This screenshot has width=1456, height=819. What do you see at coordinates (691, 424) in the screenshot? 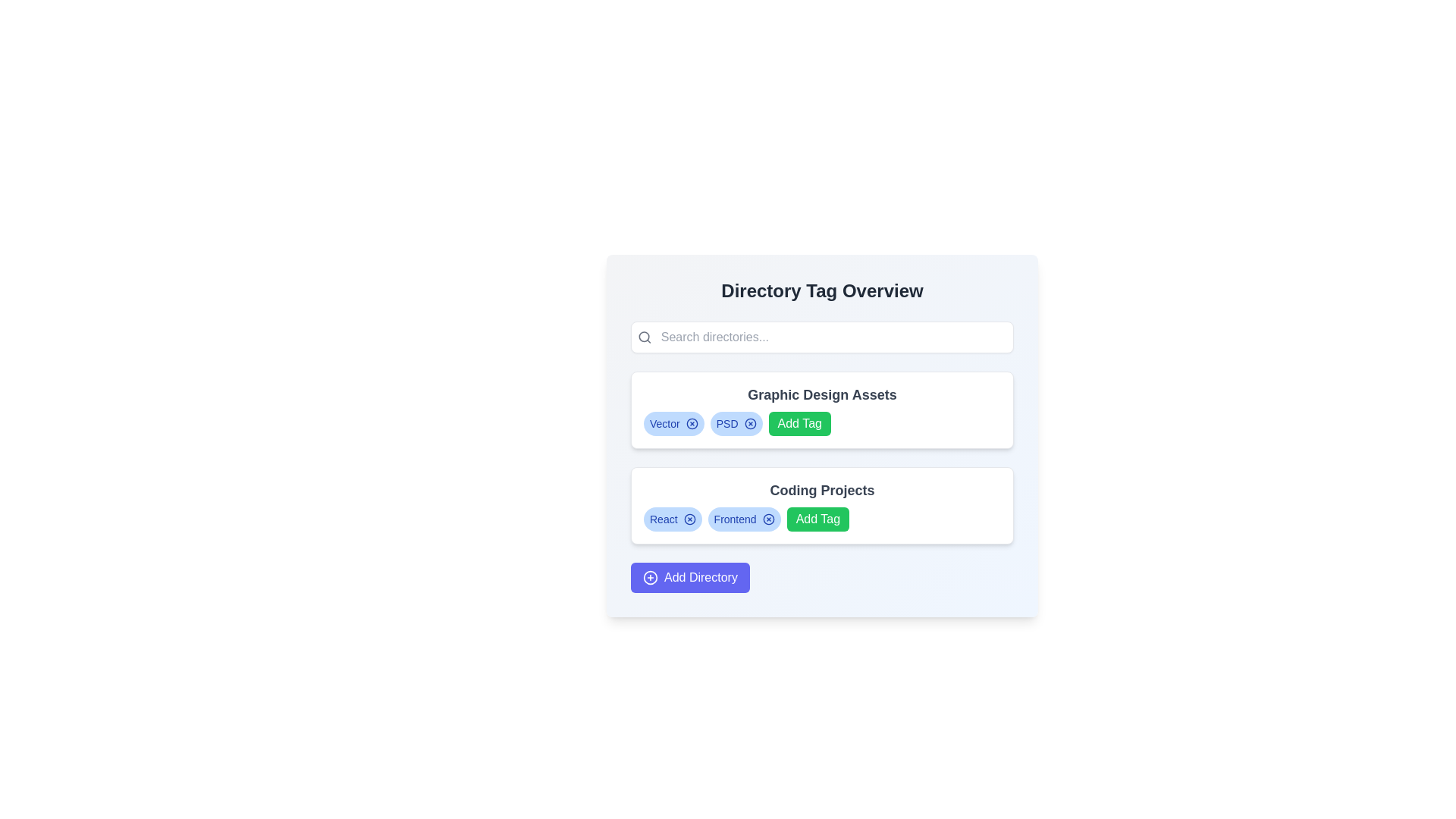
I see `the small circular X icon with a blue outline located on the far right side of the 'Vector' tag` at bounding box center [691, 424].